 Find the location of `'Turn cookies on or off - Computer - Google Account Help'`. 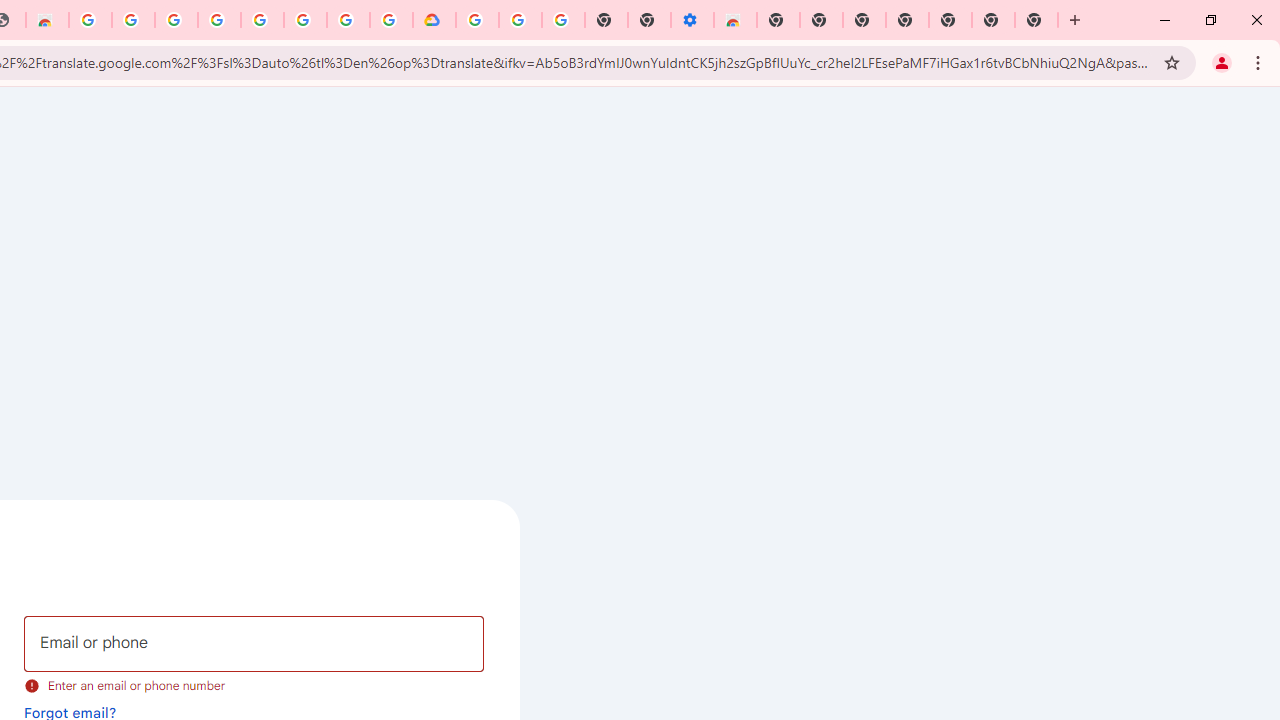

'Turn cookies on or off - Computer - Google Account Help' is located at coordinates (562, 20).